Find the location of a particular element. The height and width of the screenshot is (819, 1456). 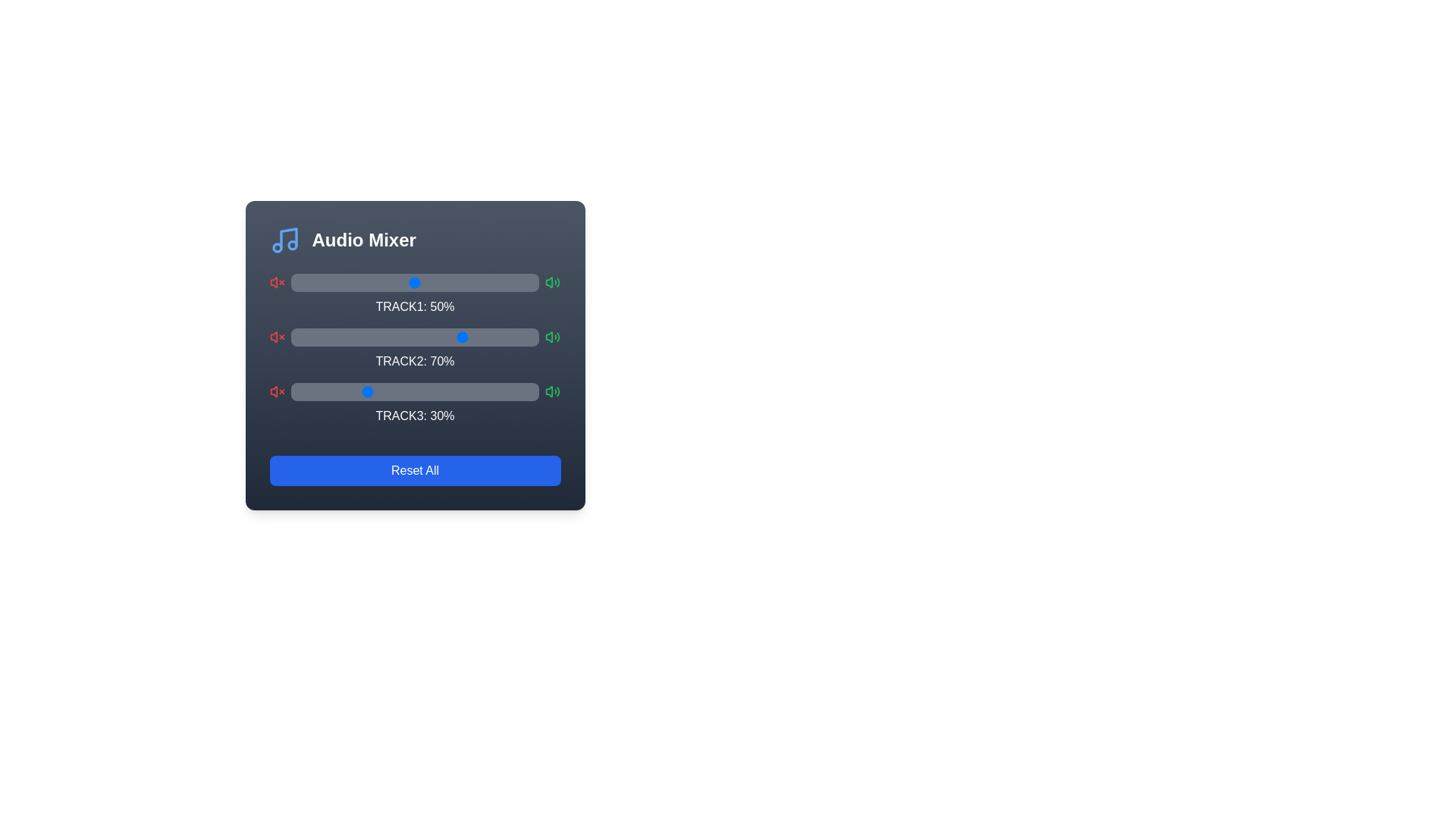

the loud icon for Track 2 is located at coordinates (552, 336).